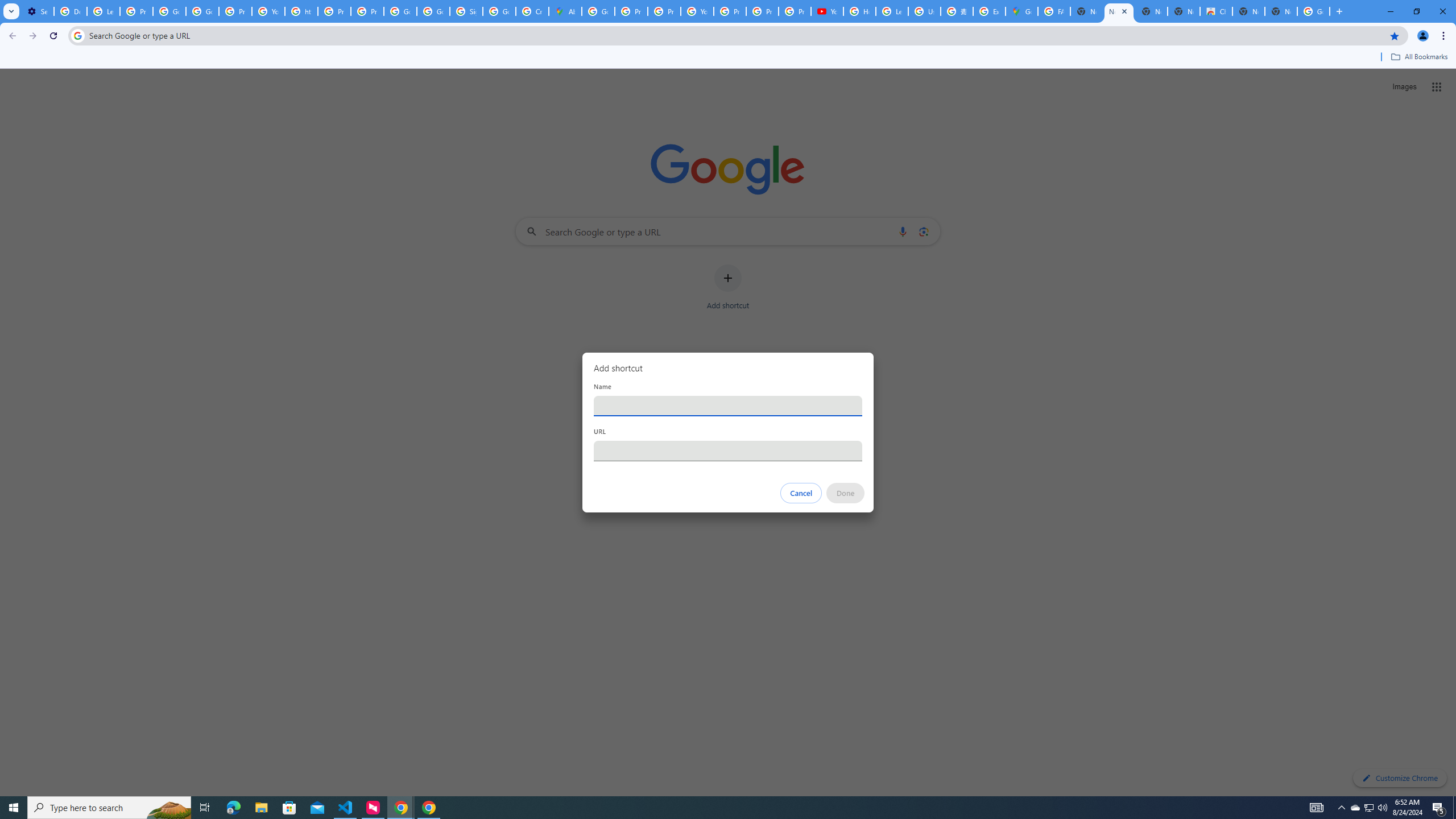 This screenshot has height=819, width=1456. Describe the element at coordinates (859, 11) in the screenshot. I see `'How Chrome protects your passwords - Google Chrome Help'` at that location.